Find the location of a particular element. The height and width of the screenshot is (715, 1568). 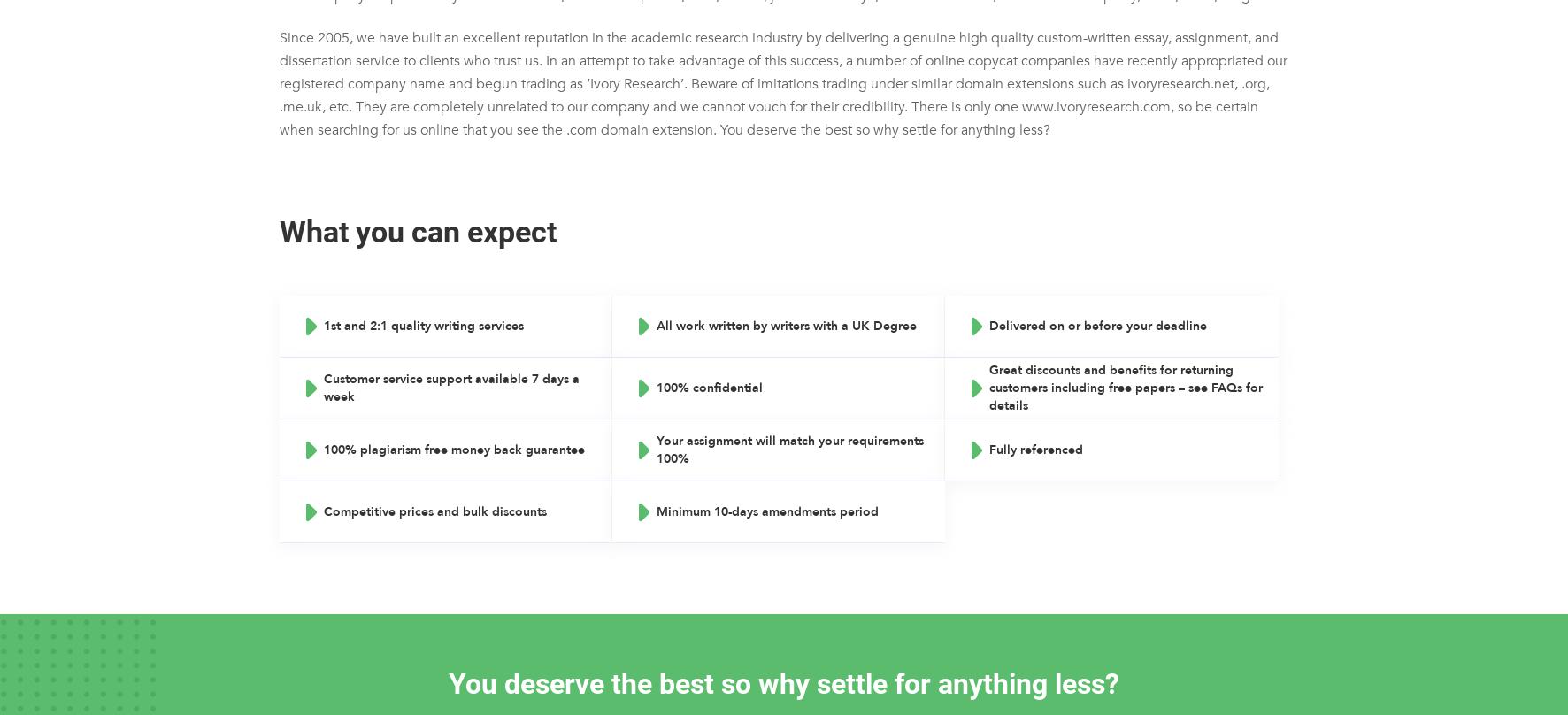

'The company is operated by Corevalues LTD, located at apt.129, entr., bld.57, j.k. “Lev Tolstoy”, district Nadezhda, Stolichna municipality, Sofia, 1220, Bulgaria.' is located at coordinates (777, 12).